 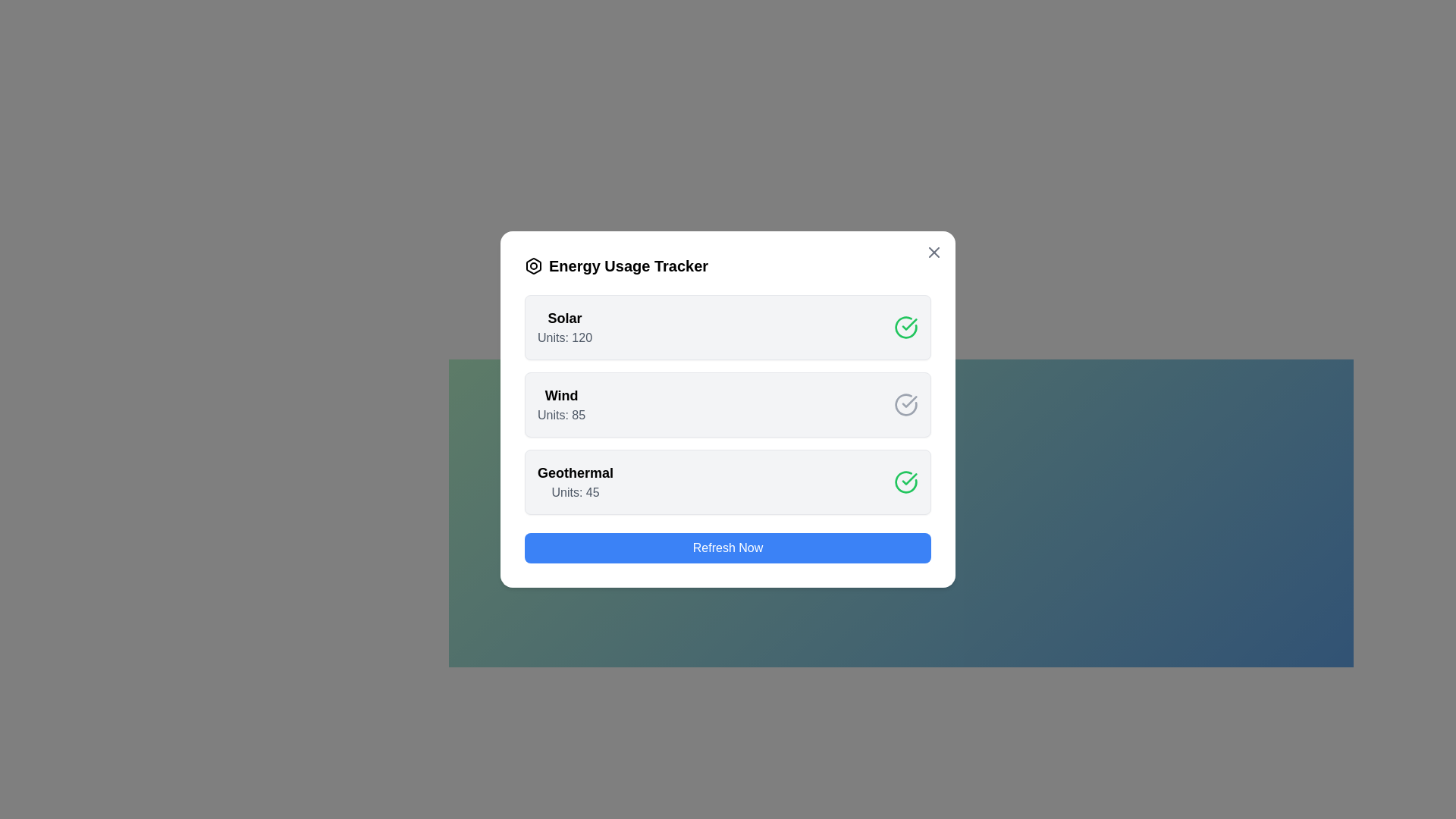 I want to click on displayed information from the Text display that shows 'Geothermal Units: 45', which is the third item in a vertical list below 'Solar Units: 120' and 'Wind Units: 85', so click(x=574, y=482).